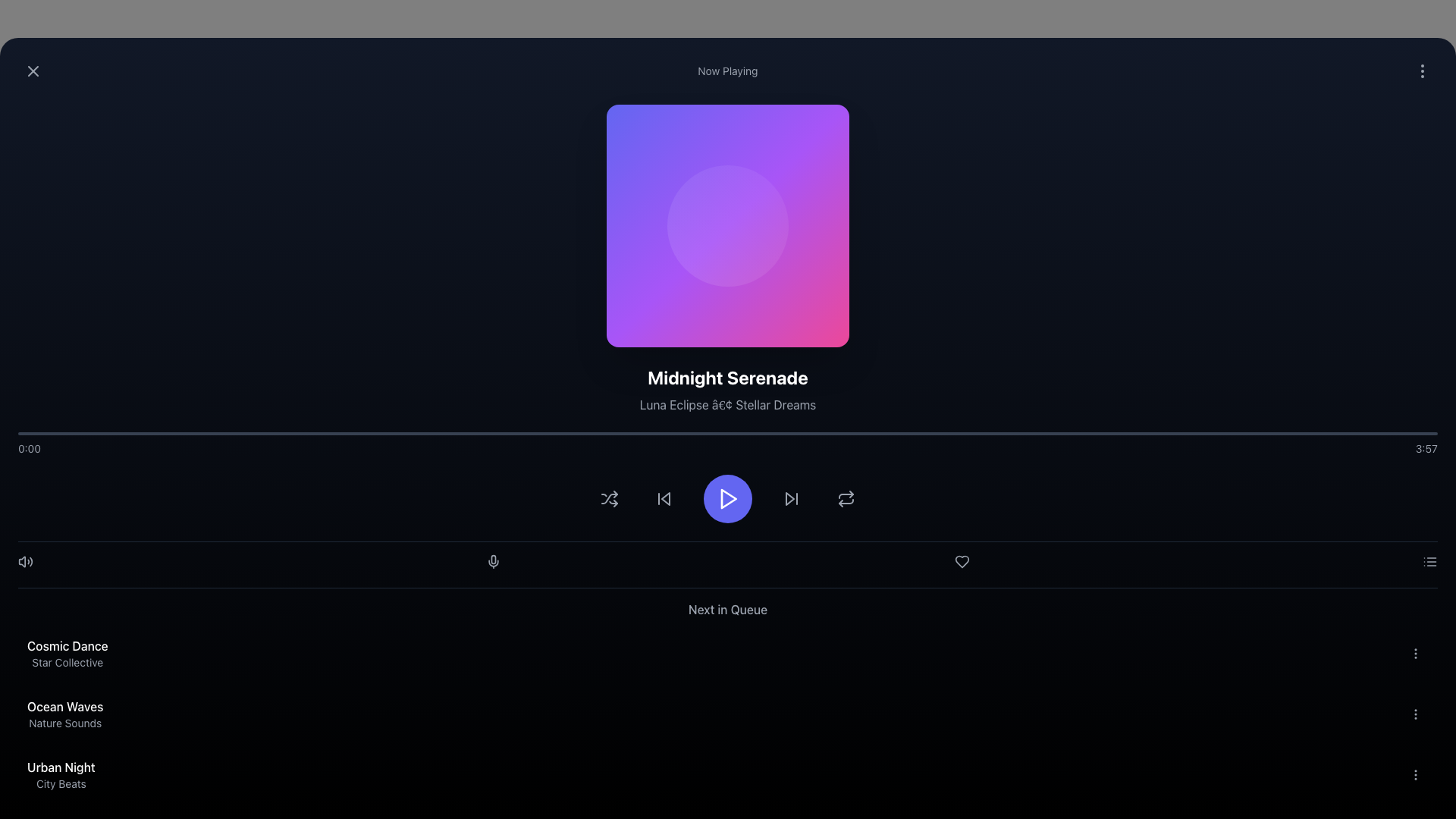  I want to click on the playback progress, so click(629, 433).